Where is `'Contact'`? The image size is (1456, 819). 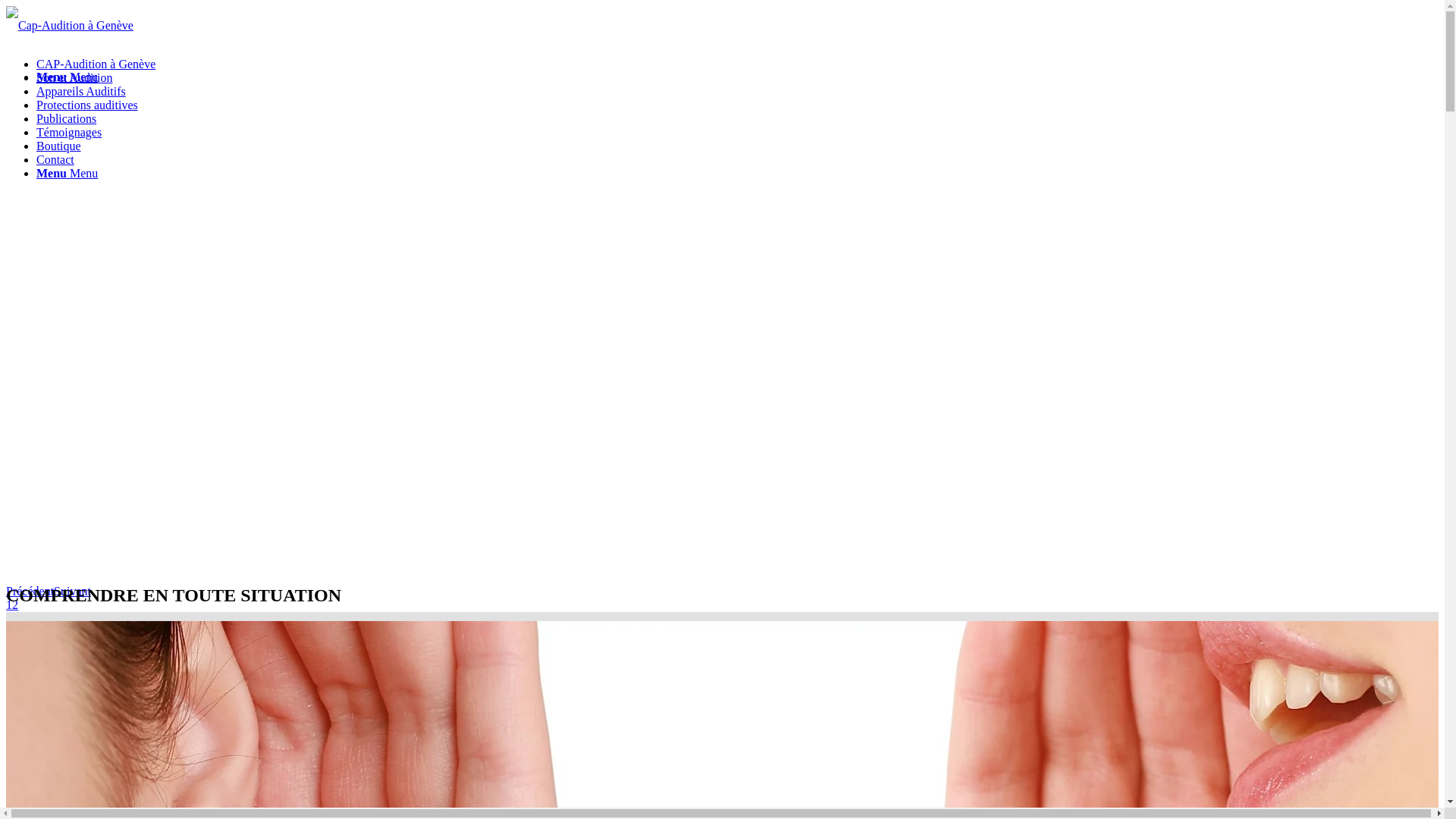 'Contact' is located at coordinates (55, 159).